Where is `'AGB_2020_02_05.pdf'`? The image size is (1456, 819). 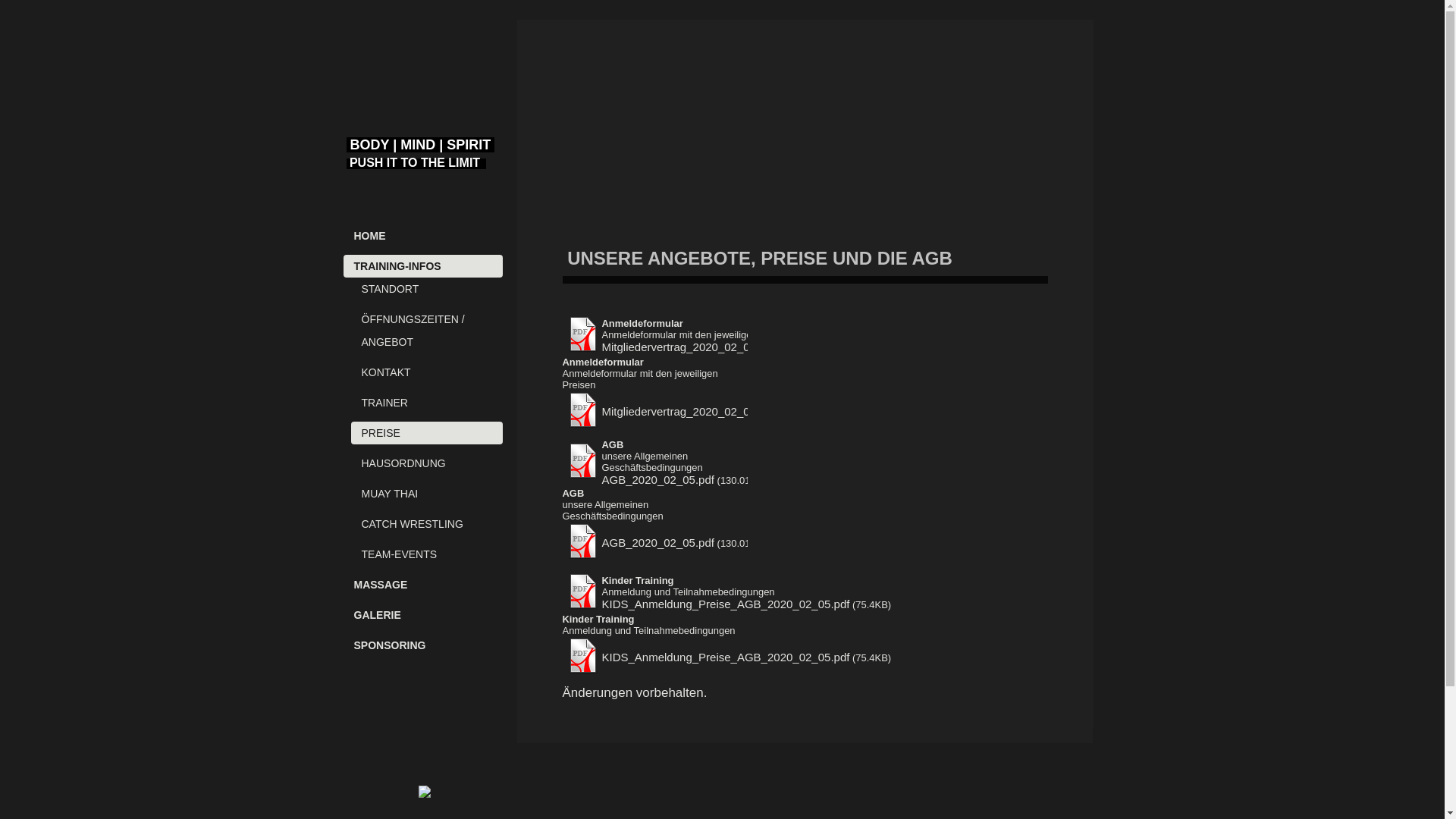
'AGB_2020_02_05.pdf' is located at coordinates (601, 541).